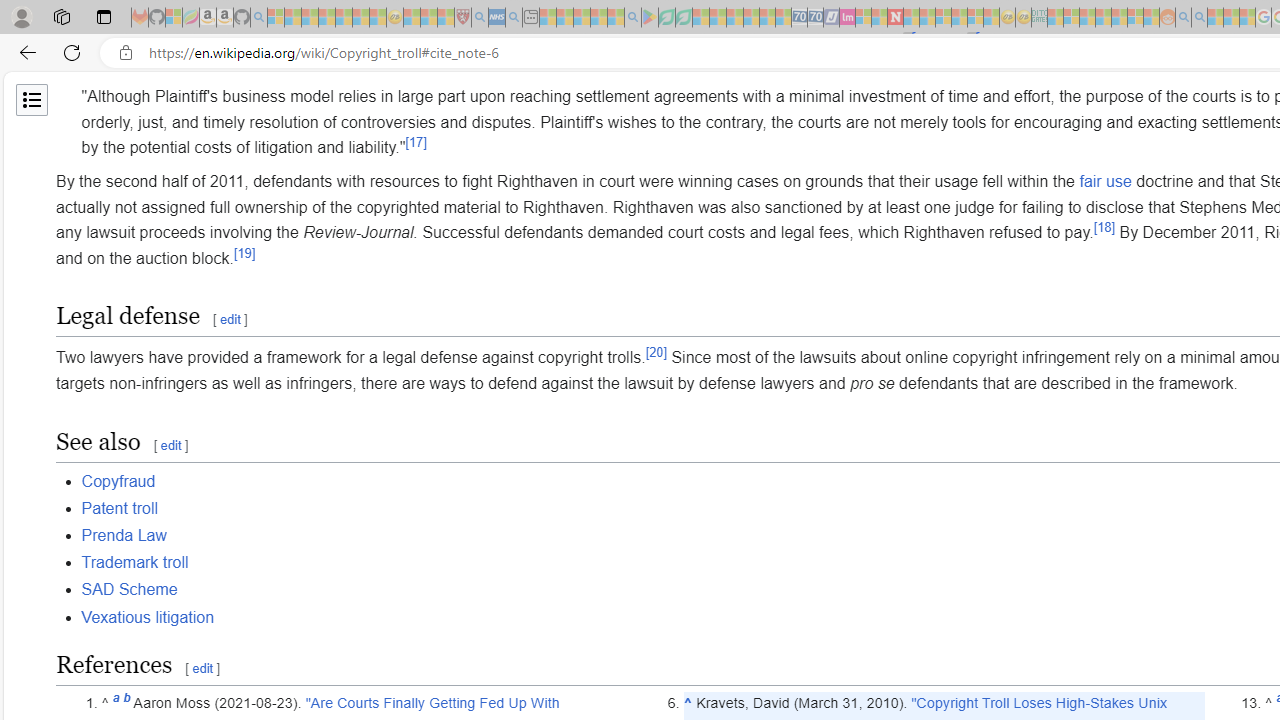 The height and width of the screenshot is (720, 1280). What do you see at coordinates (72, 51) in the screenshot?
I see `'Refresh'` at bounding box center [72, 51].